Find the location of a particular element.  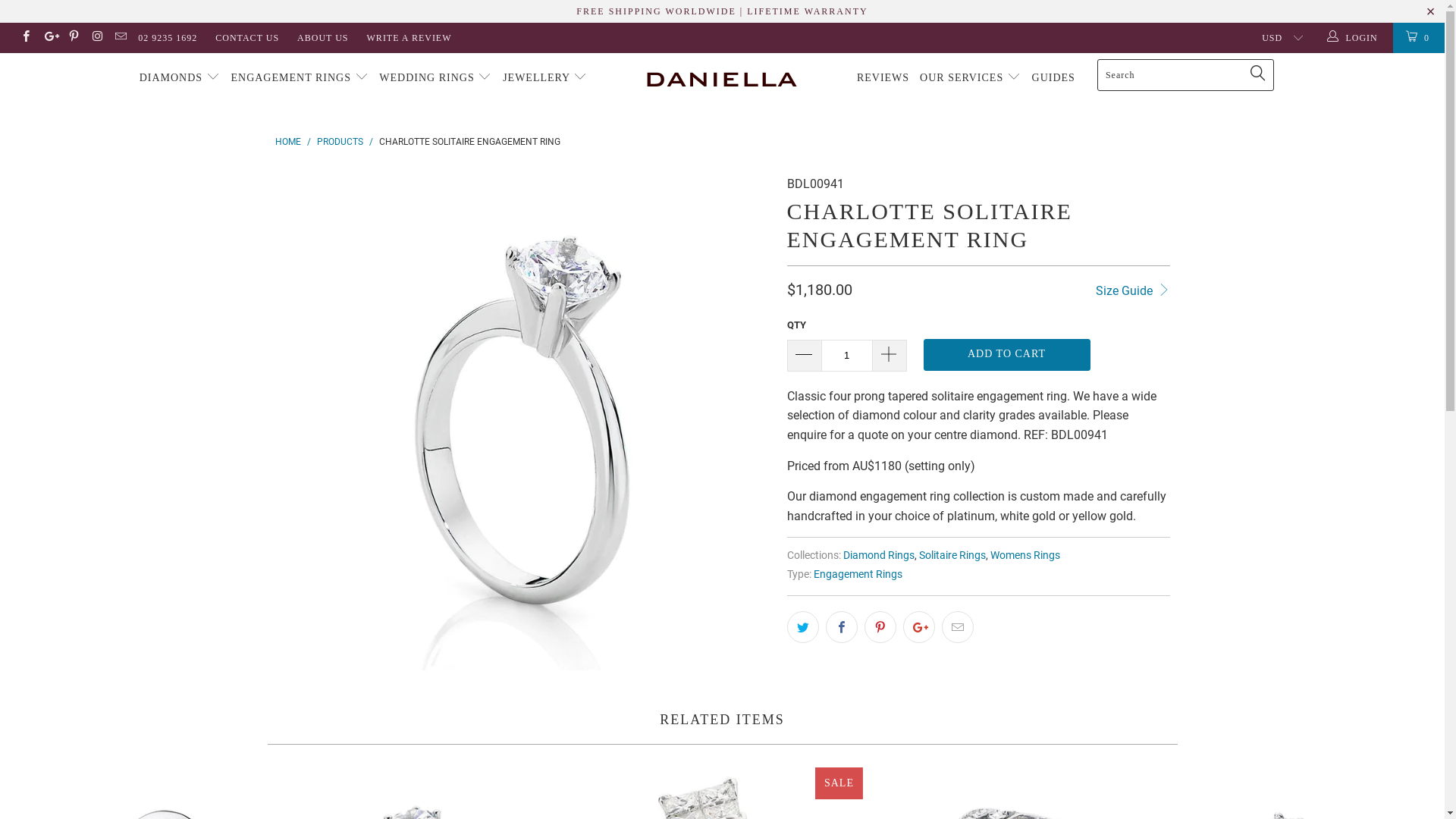

'Daniella Jewellers' is located at coordinates (721, 78).